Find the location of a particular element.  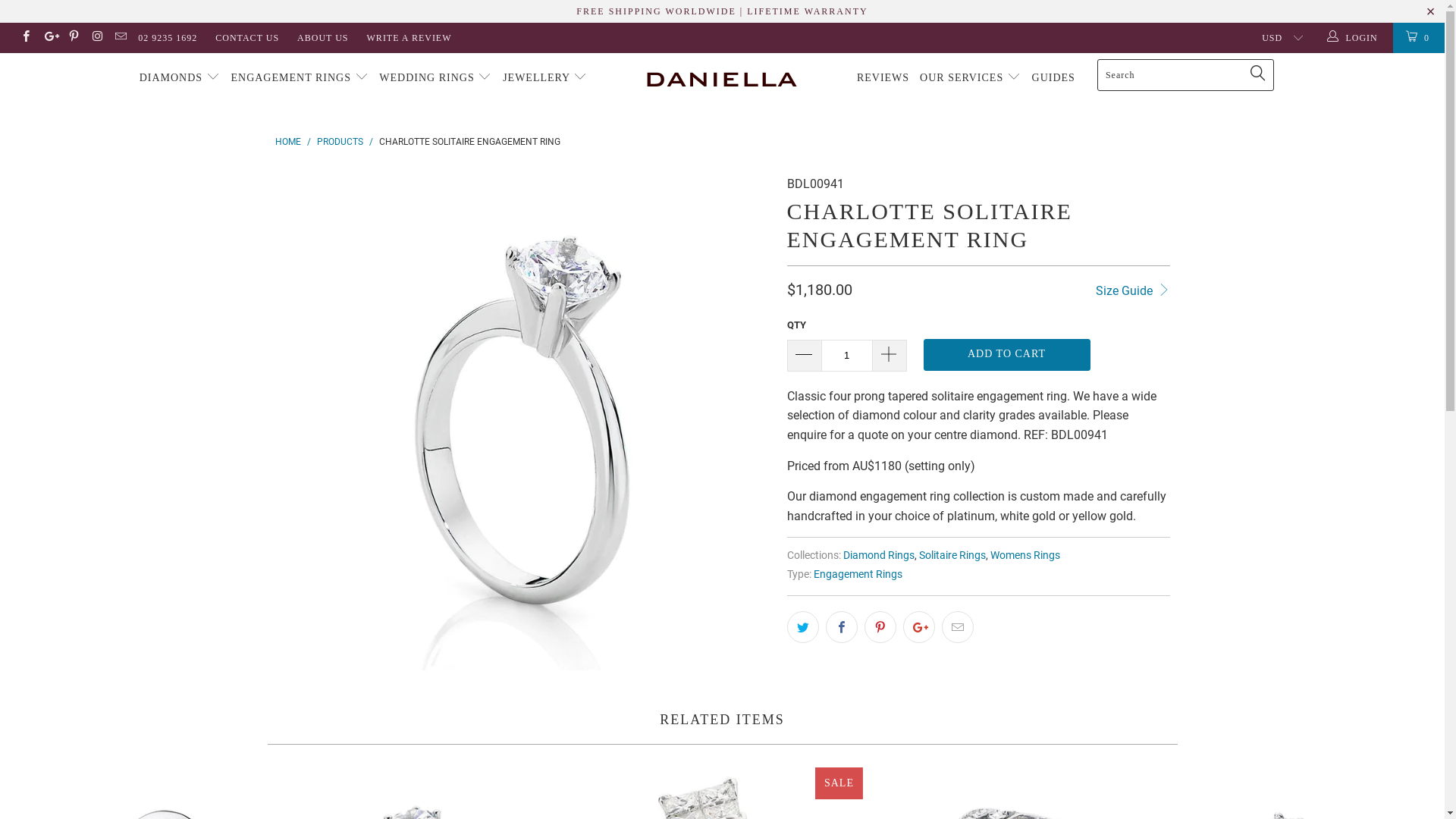

'Daniella Jewellers' is located at coordinates (721, 78).